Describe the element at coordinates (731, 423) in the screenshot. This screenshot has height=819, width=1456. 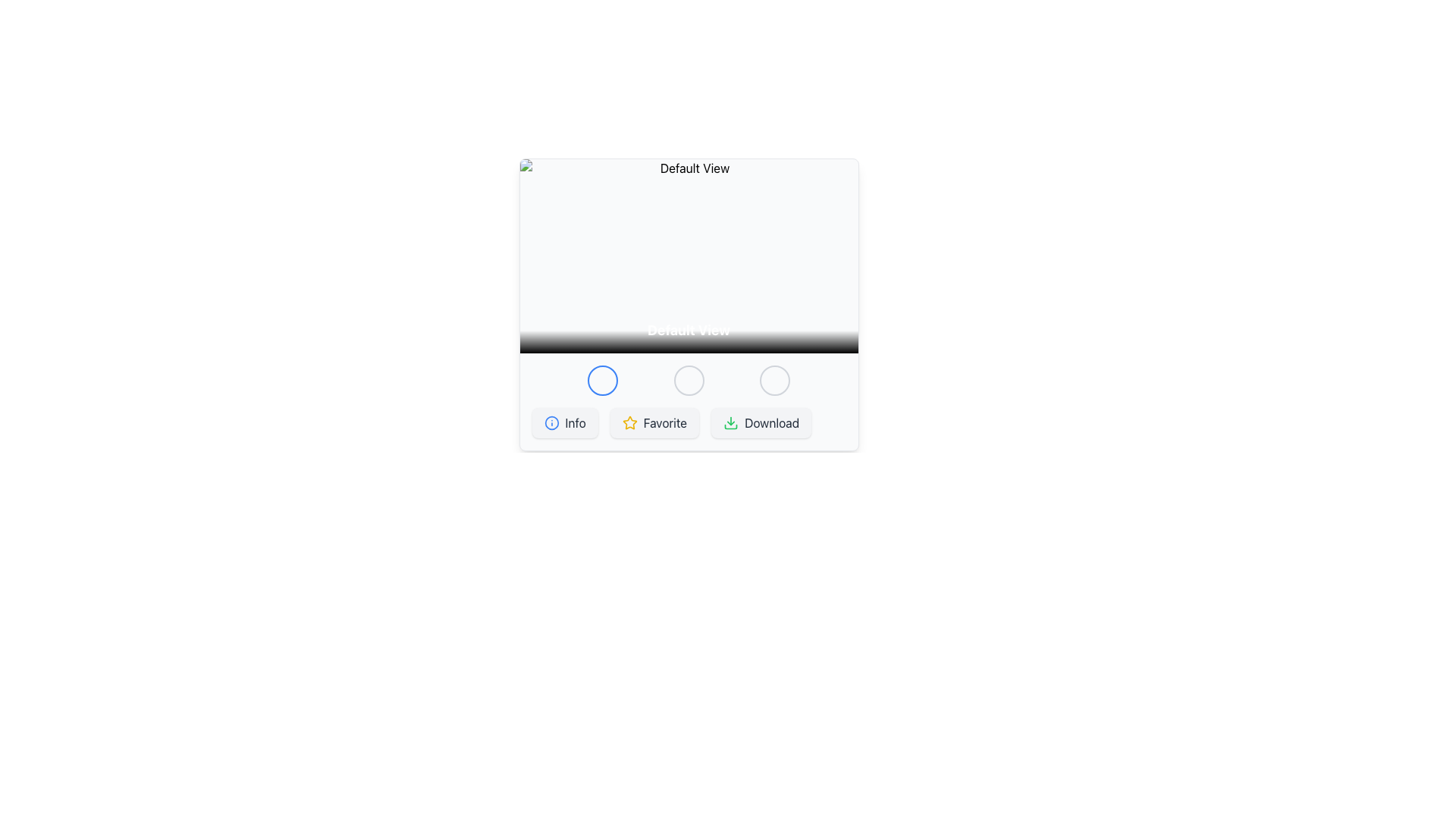
I see `the green download icon, which is an outlined arrow pointing downward, located inside the 'Download' button on the rightmost side of the button set` at that location.